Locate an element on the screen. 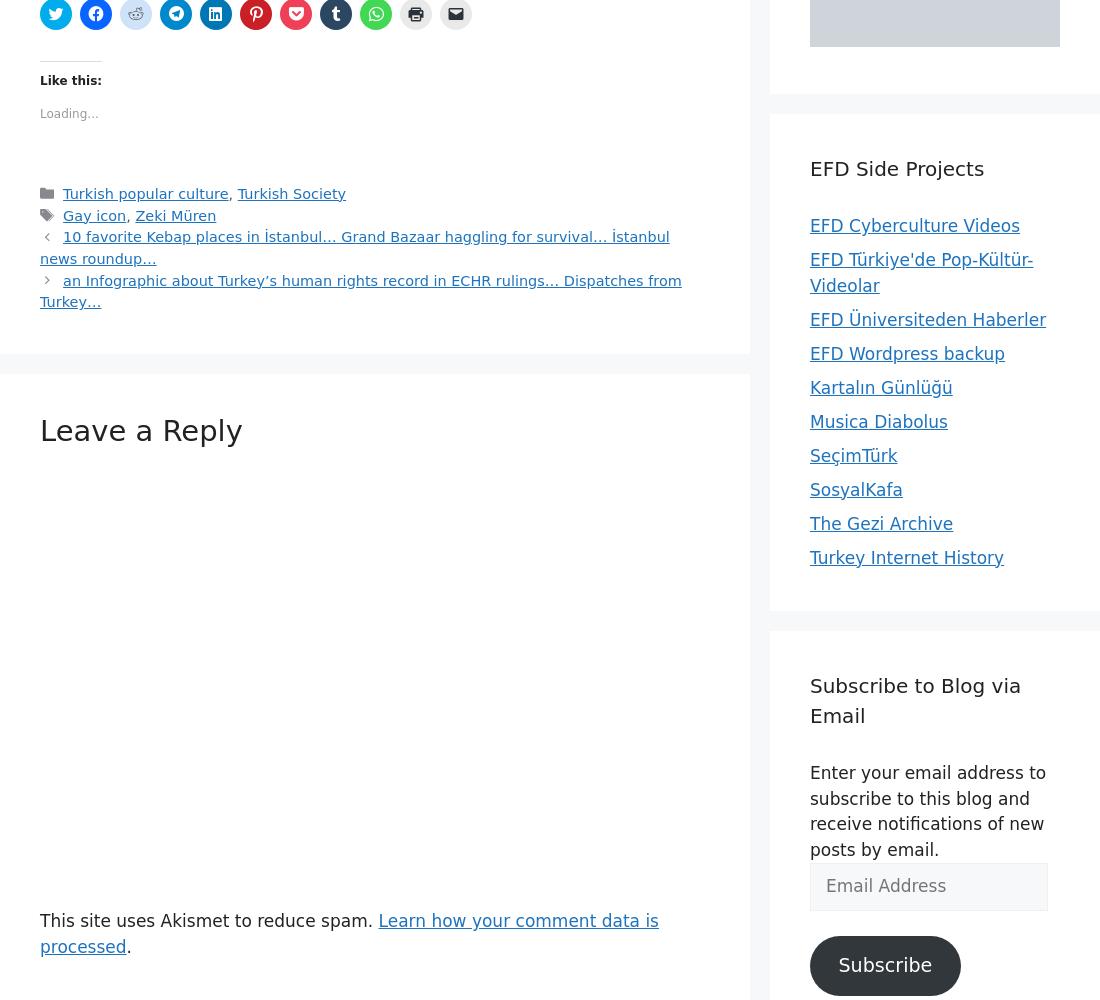  'Musica Diabolus' is located at coordinates (877, 421).